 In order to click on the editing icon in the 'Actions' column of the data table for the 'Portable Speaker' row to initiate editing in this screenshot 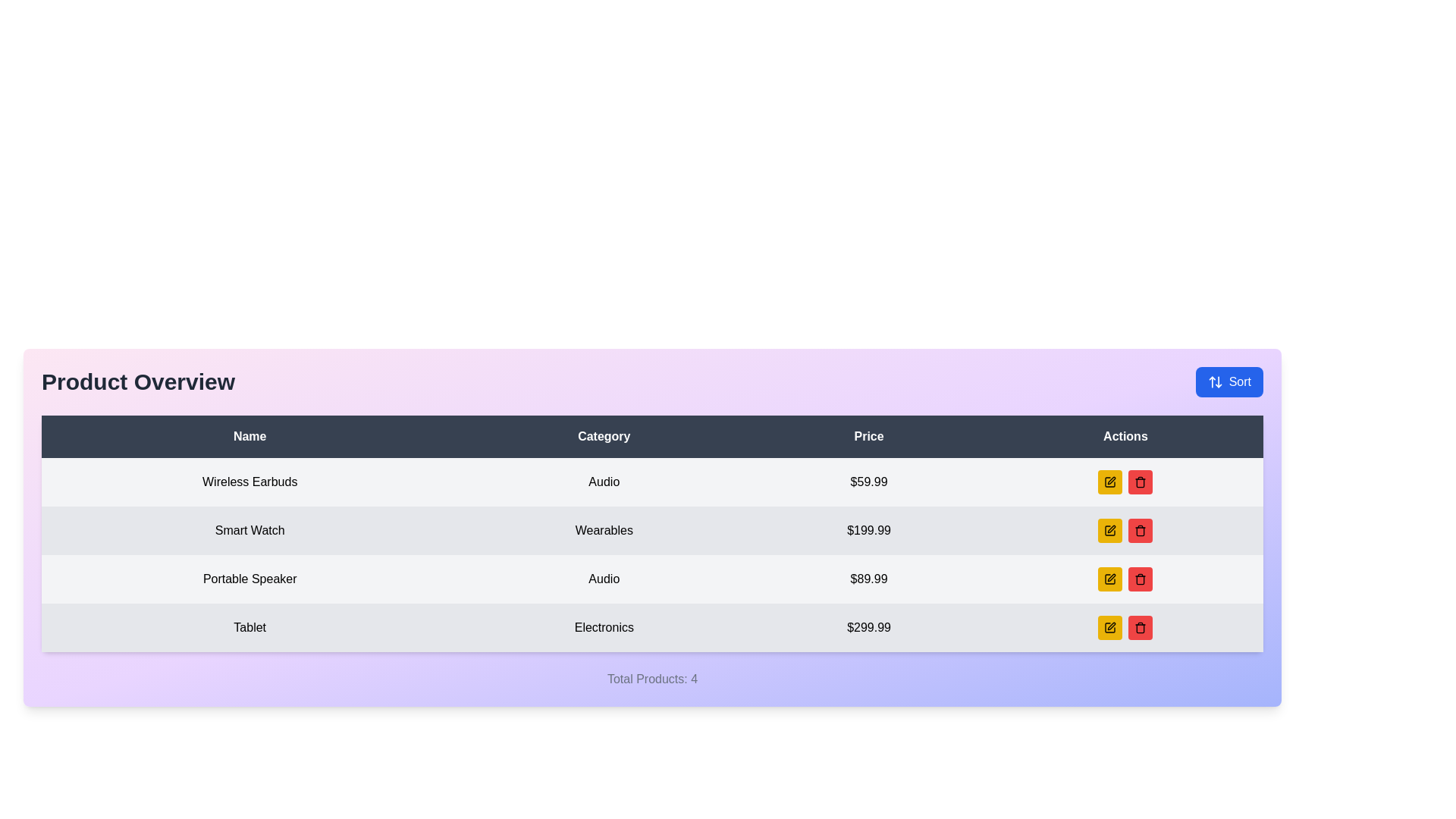, I will do `click(1111, 578)`.